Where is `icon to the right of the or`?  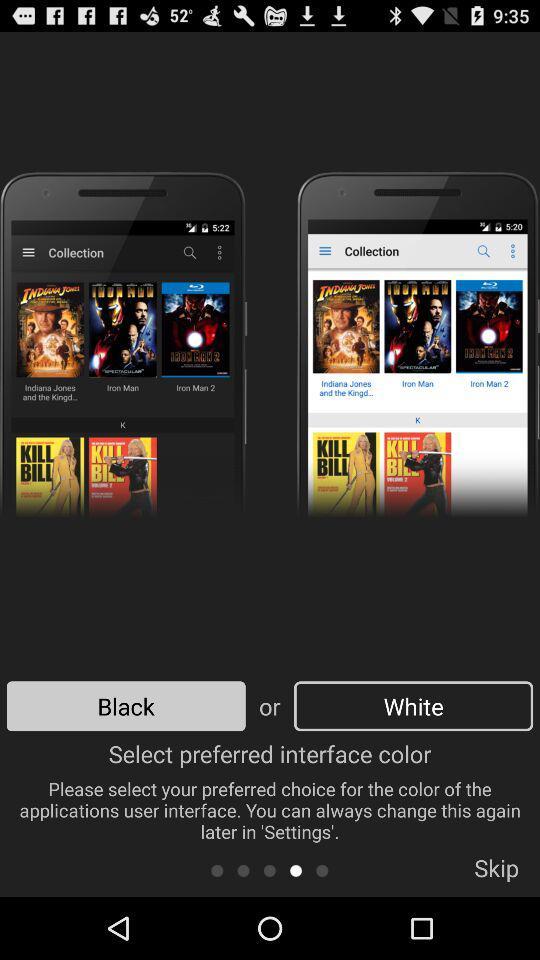
icon to the right of the or is located at coordinates (412, 706).